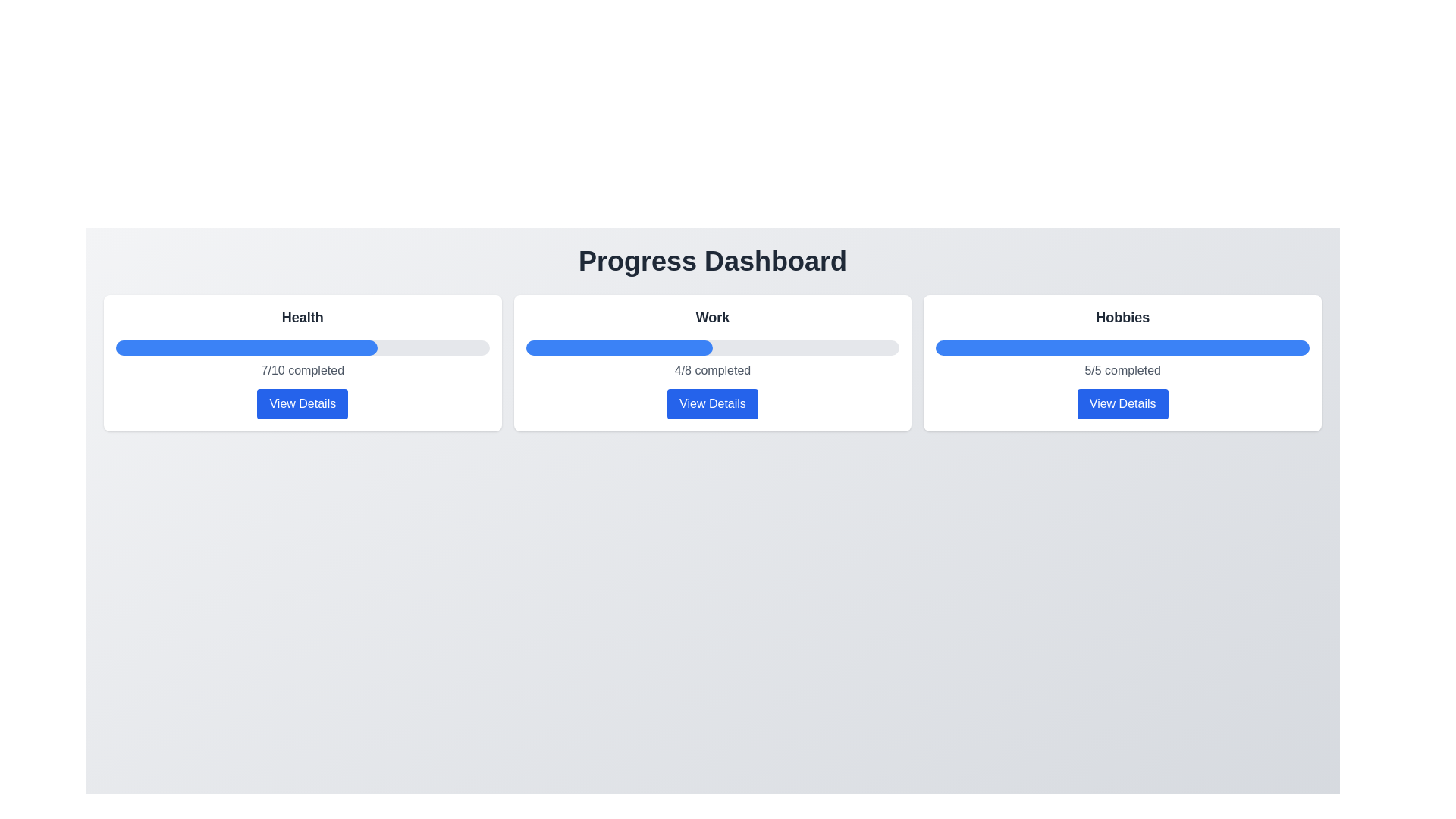  I want to click on the 'View Details' button located at the bottom of the rightmost 'Hobbies' card to initiate navigation or action, so click(1122, 403).